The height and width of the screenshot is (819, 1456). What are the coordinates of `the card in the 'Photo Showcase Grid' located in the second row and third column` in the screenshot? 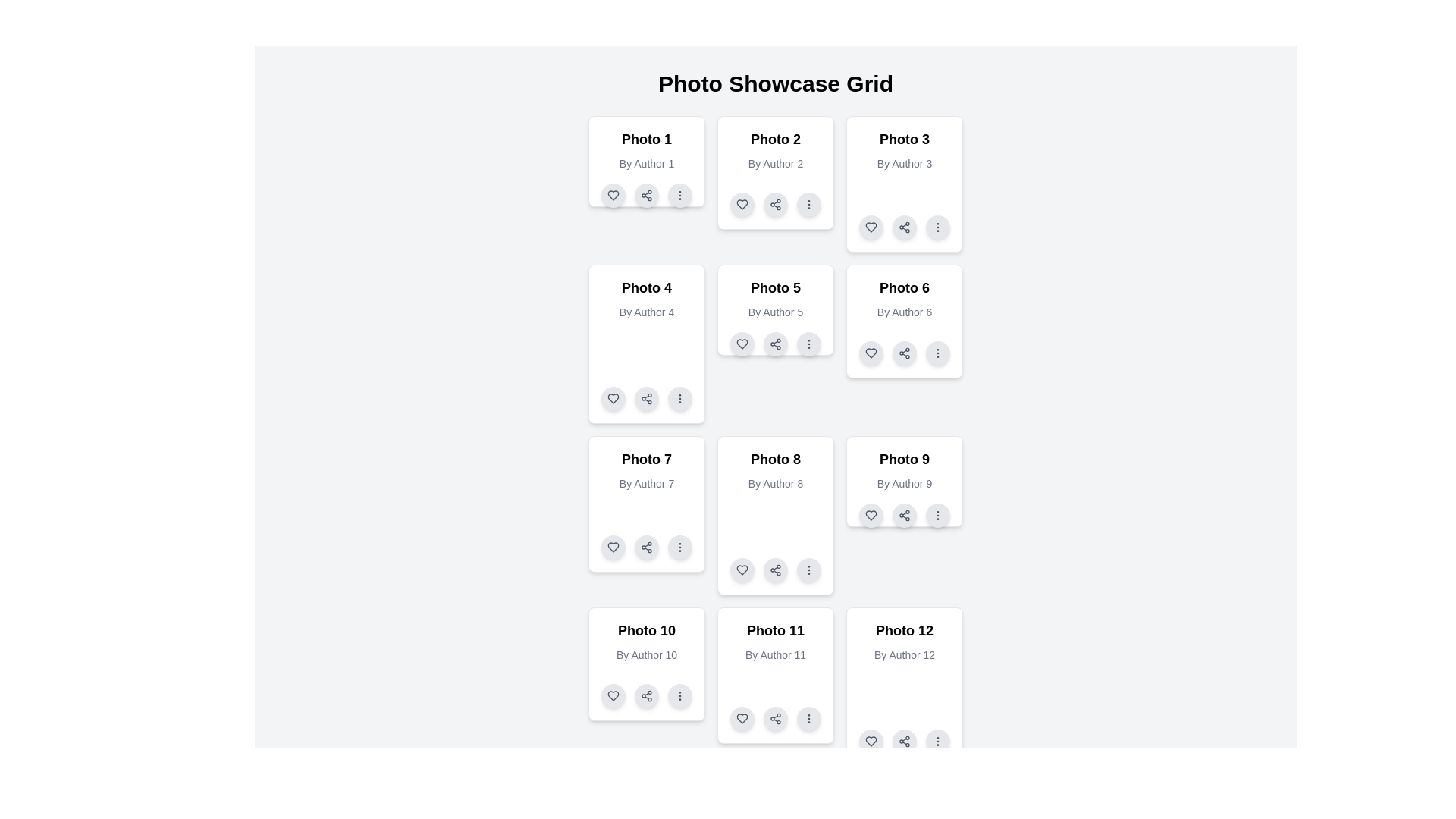 It's located at (905, 321).